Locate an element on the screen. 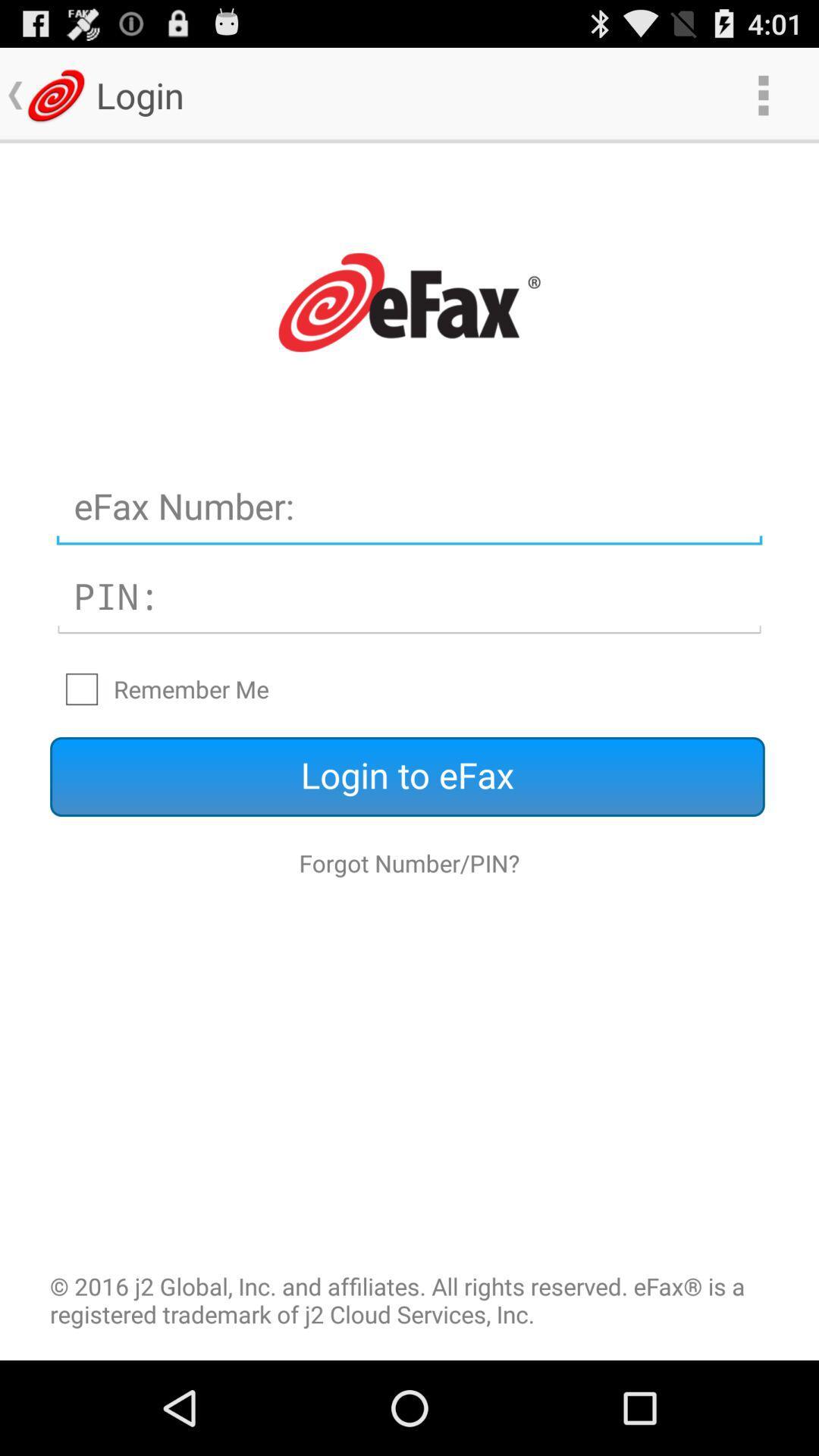  the icon left to the login which is at top of the page is located at coordinates (55, 94).